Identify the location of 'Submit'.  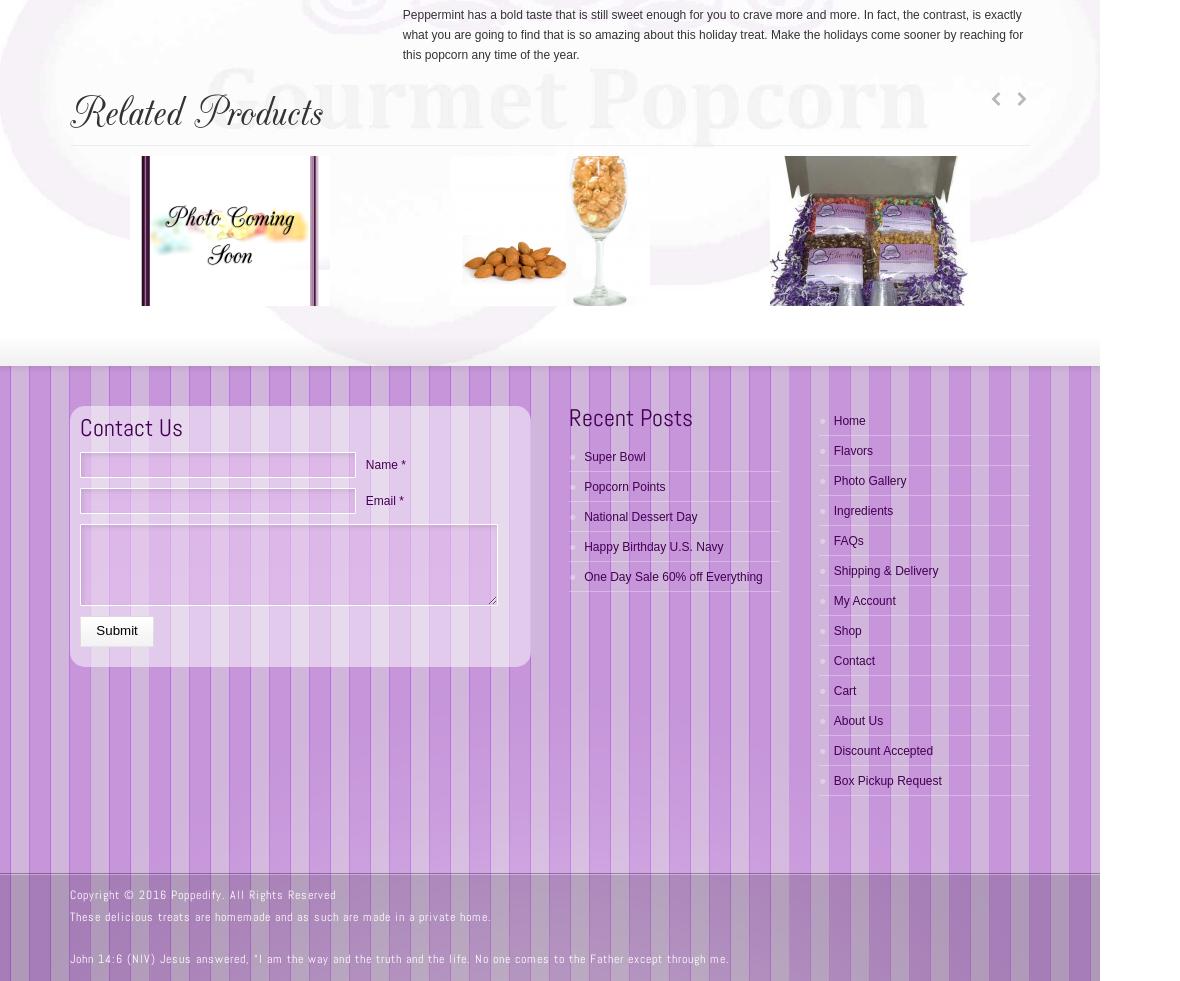
(95, 630).